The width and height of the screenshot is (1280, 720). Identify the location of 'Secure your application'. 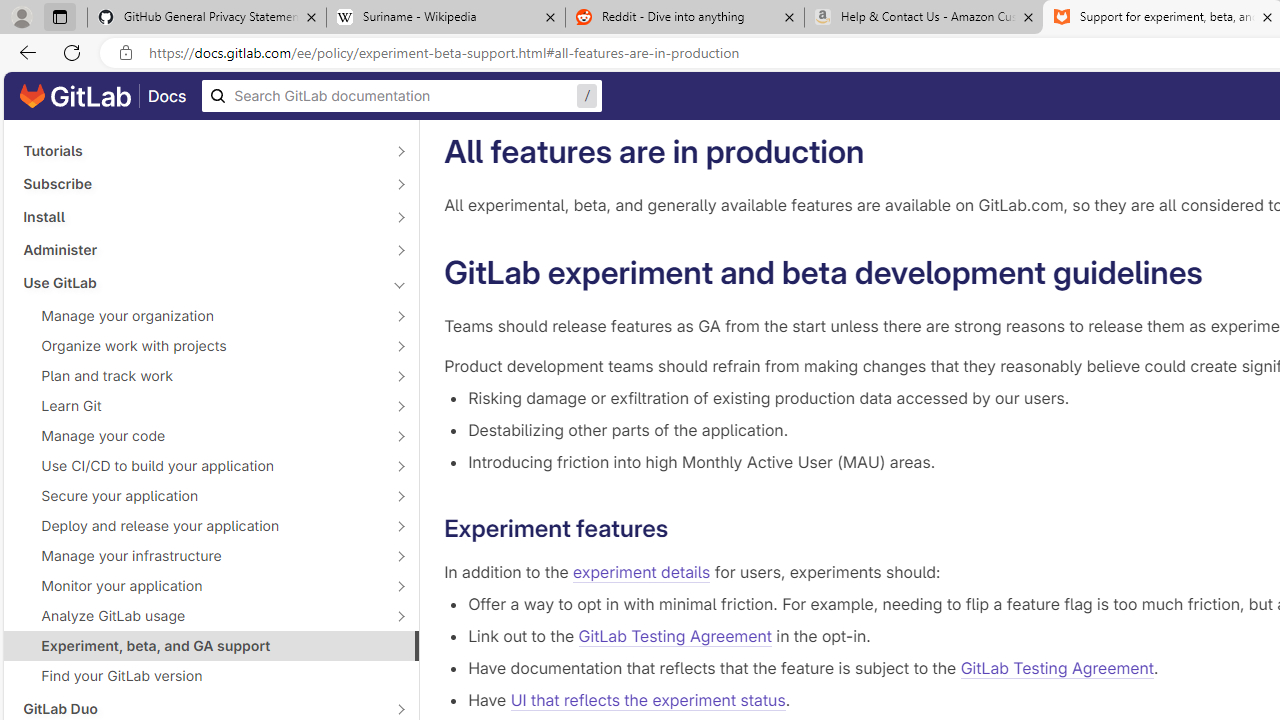
(200, 495).